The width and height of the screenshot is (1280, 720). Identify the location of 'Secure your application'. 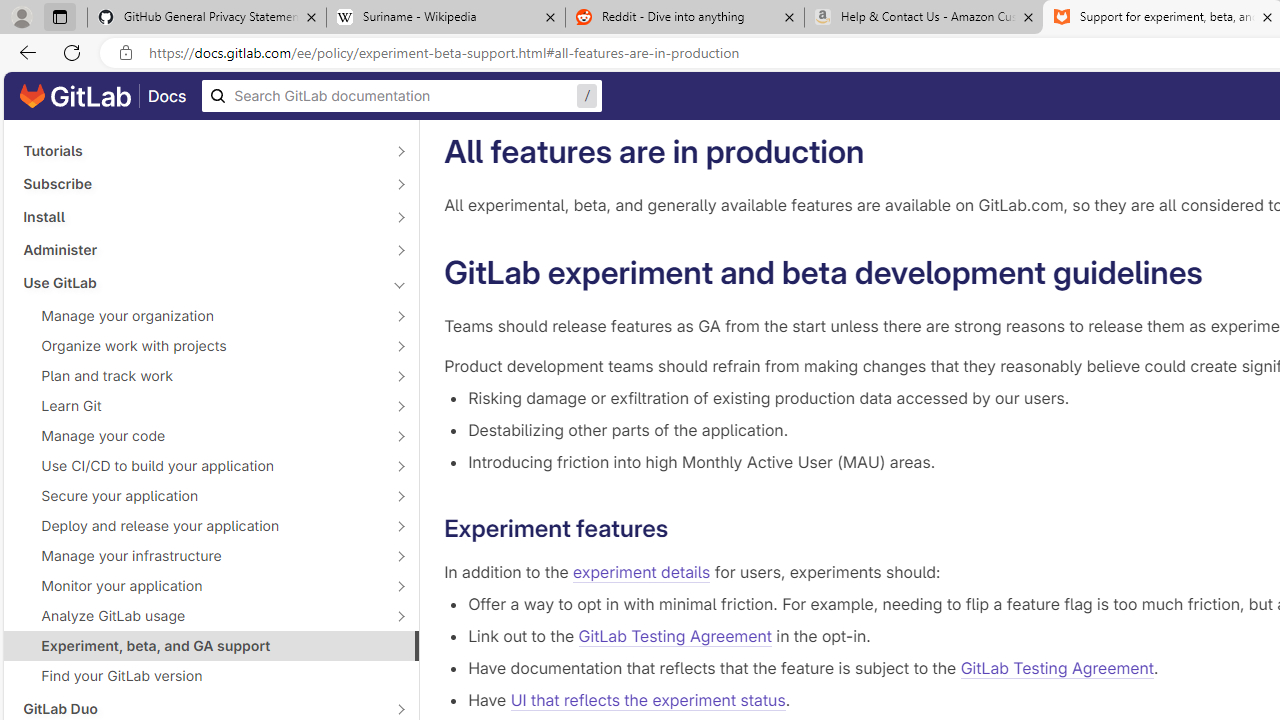
(200, 495).